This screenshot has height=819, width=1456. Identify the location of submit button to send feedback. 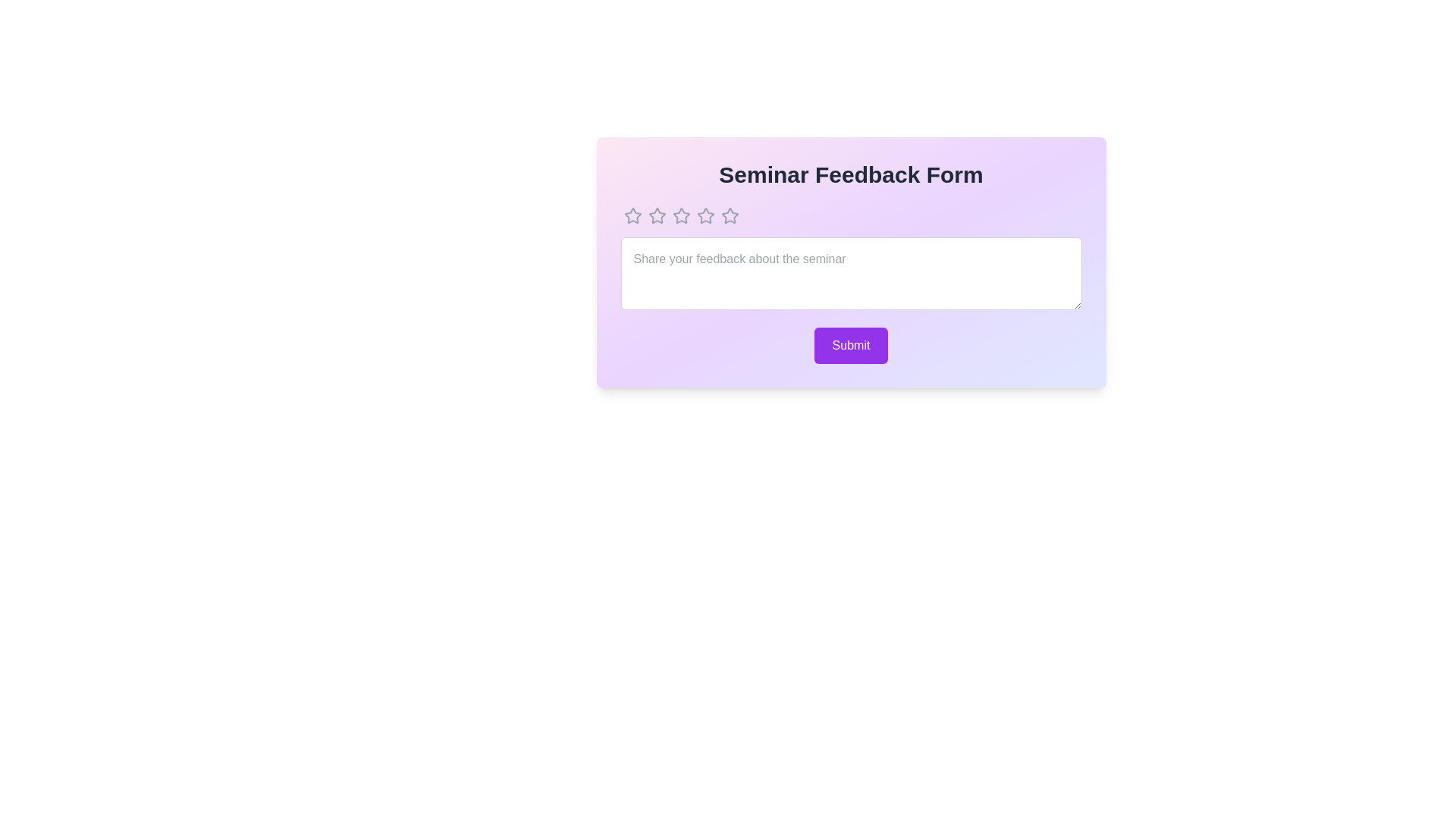
(851, 345).